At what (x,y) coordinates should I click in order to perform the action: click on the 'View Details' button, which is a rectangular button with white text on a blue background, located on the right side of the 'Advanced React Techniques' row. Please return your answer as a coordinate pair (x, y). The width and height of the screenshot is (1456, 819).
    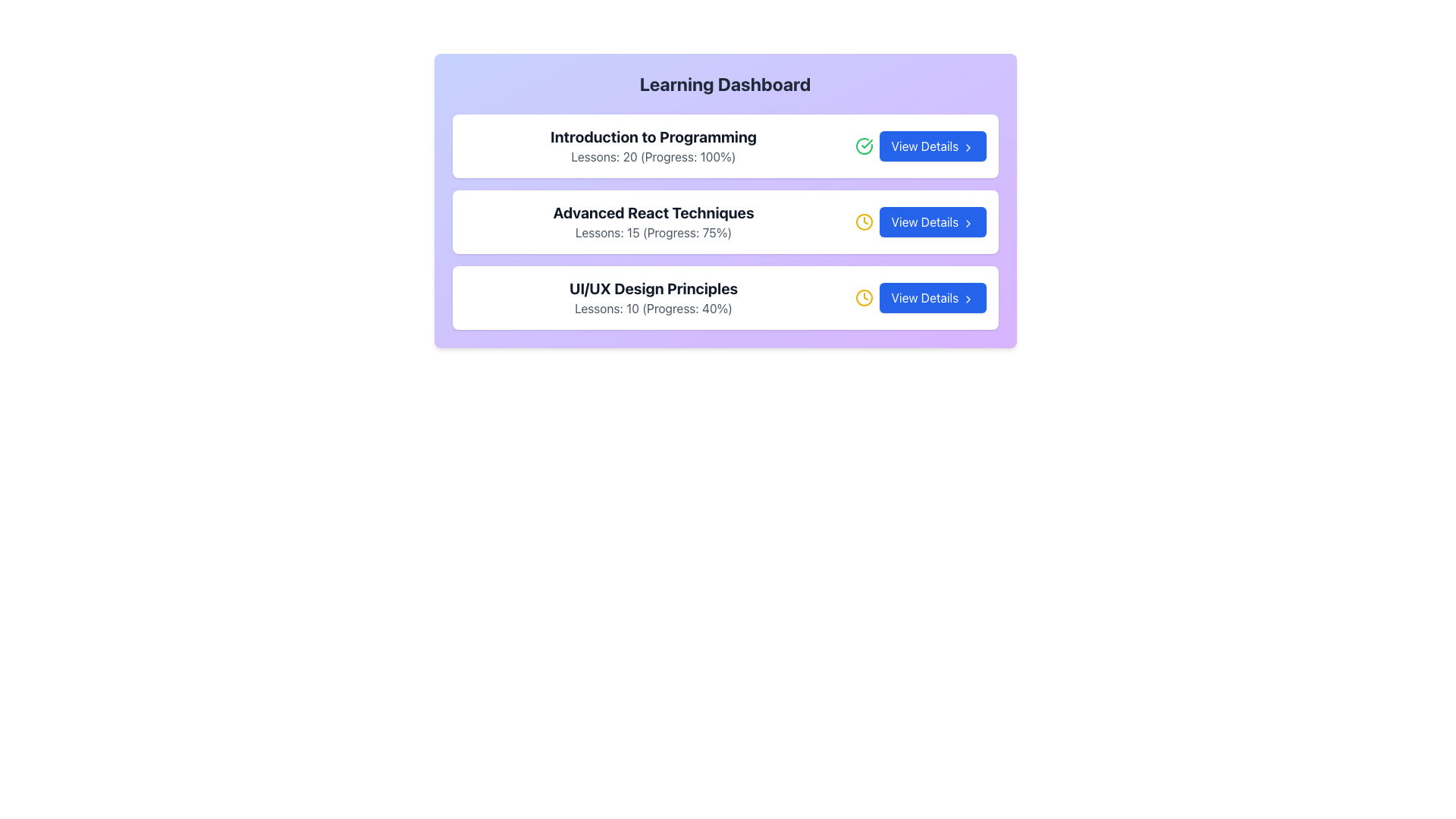
    Looking at the image, I should click on (931, 222).